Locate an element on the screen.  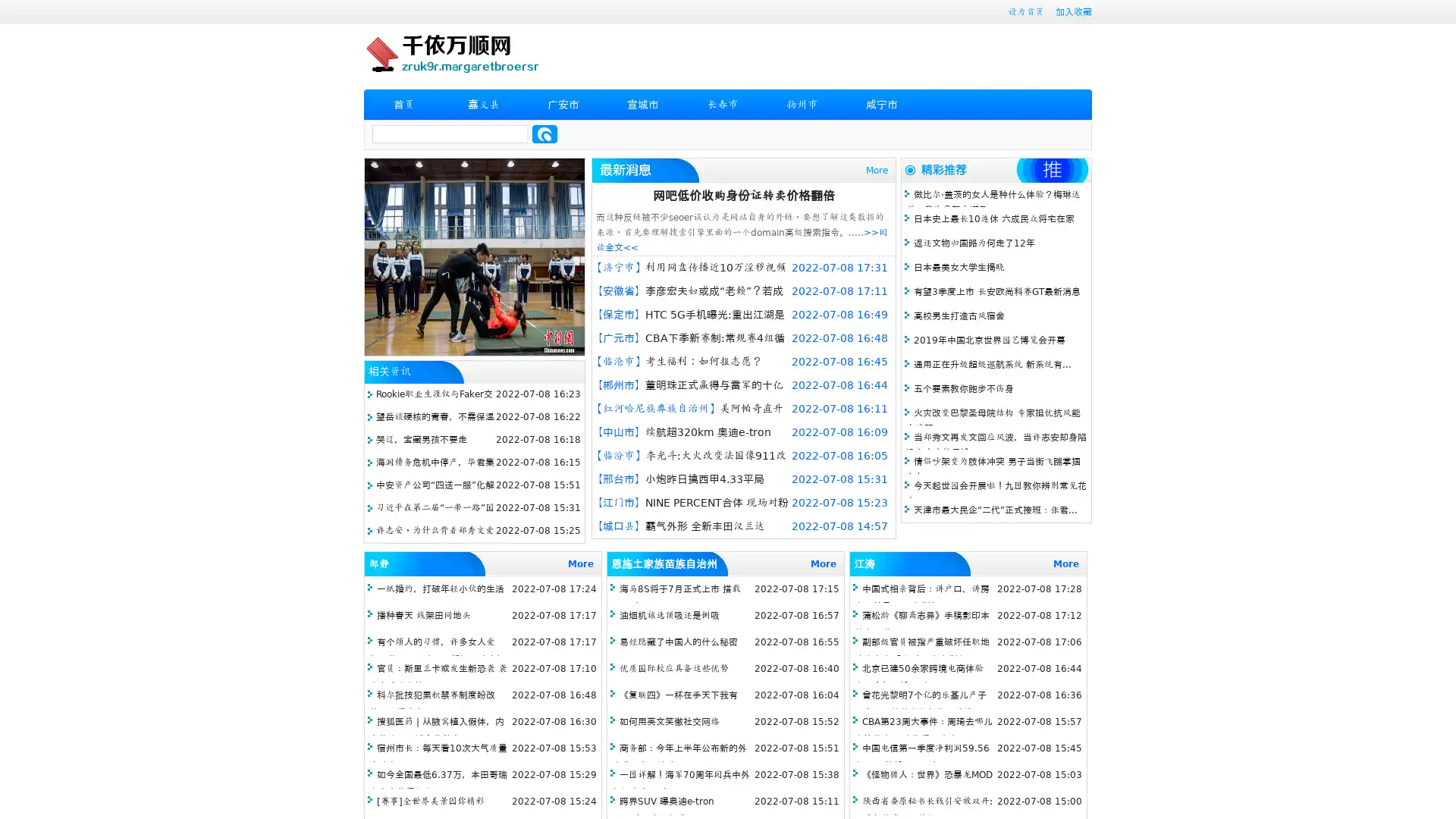
Search is located at coordinates (544, 133).